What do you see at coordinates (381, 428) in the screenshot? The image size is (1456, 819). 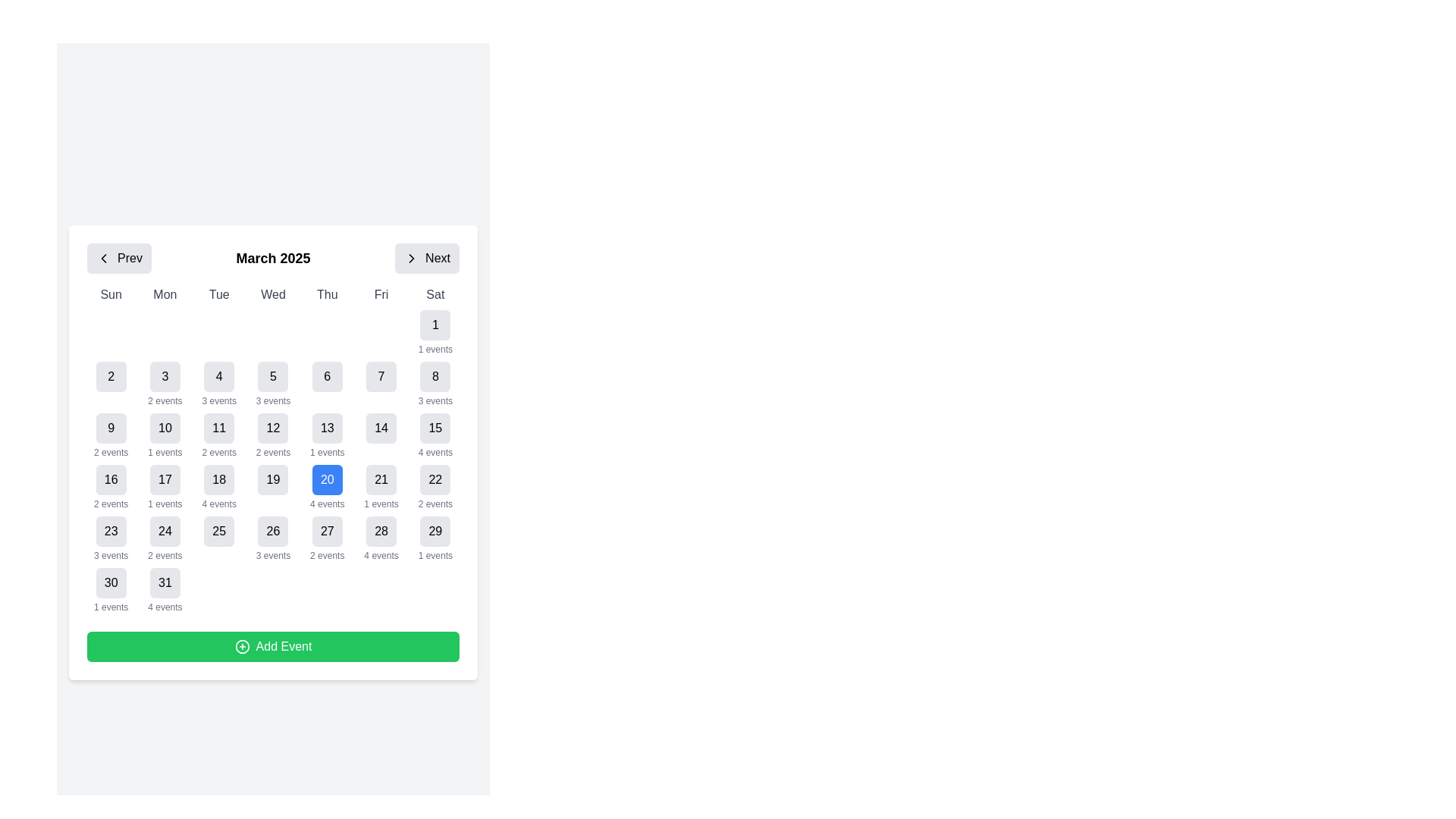 I see `the button representing the 14th day of March 2025 in the calendar interface` at bounding box center [381, 428].